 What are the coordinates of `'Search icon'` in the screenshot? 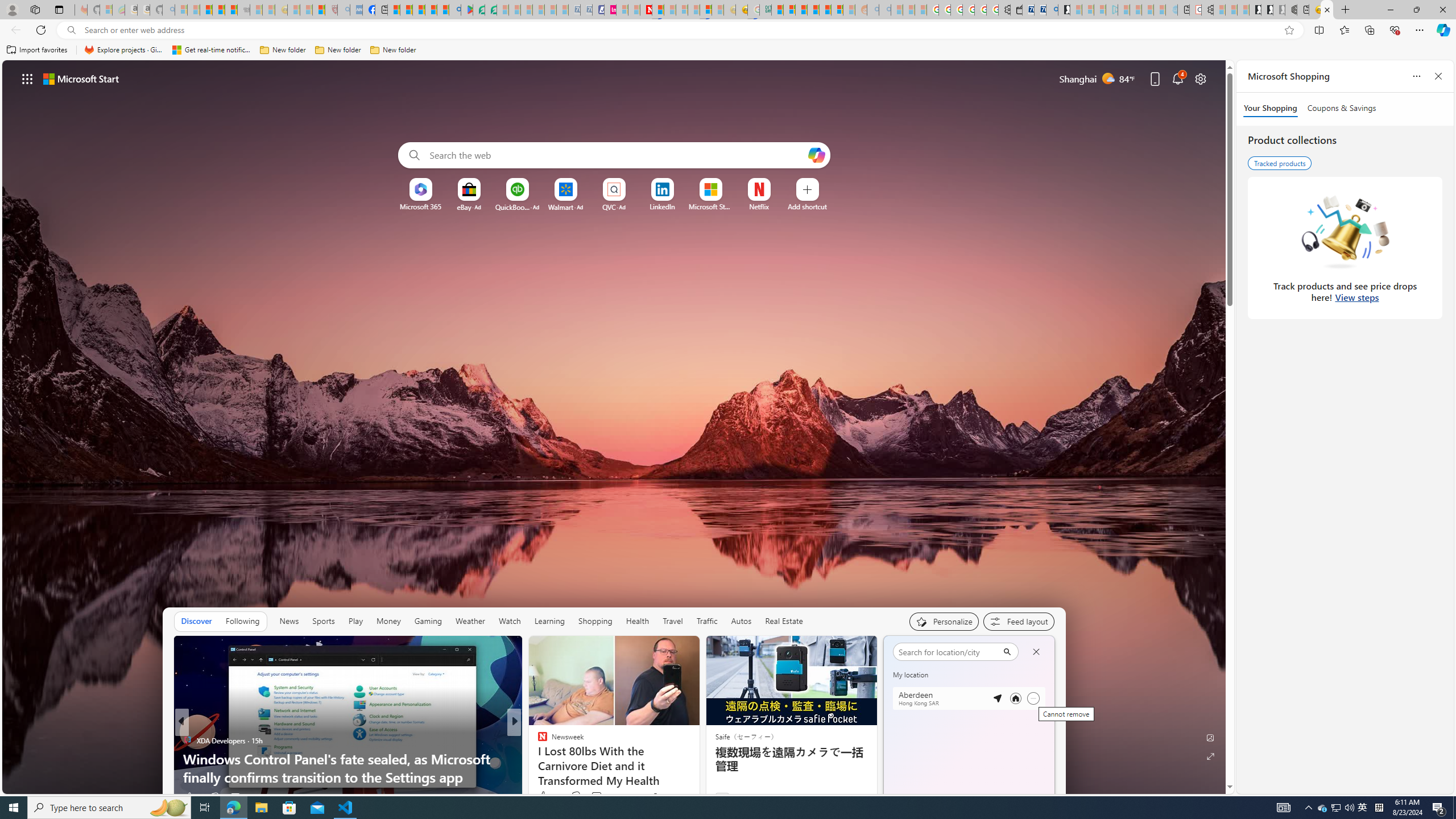 It's located at (71, 30).